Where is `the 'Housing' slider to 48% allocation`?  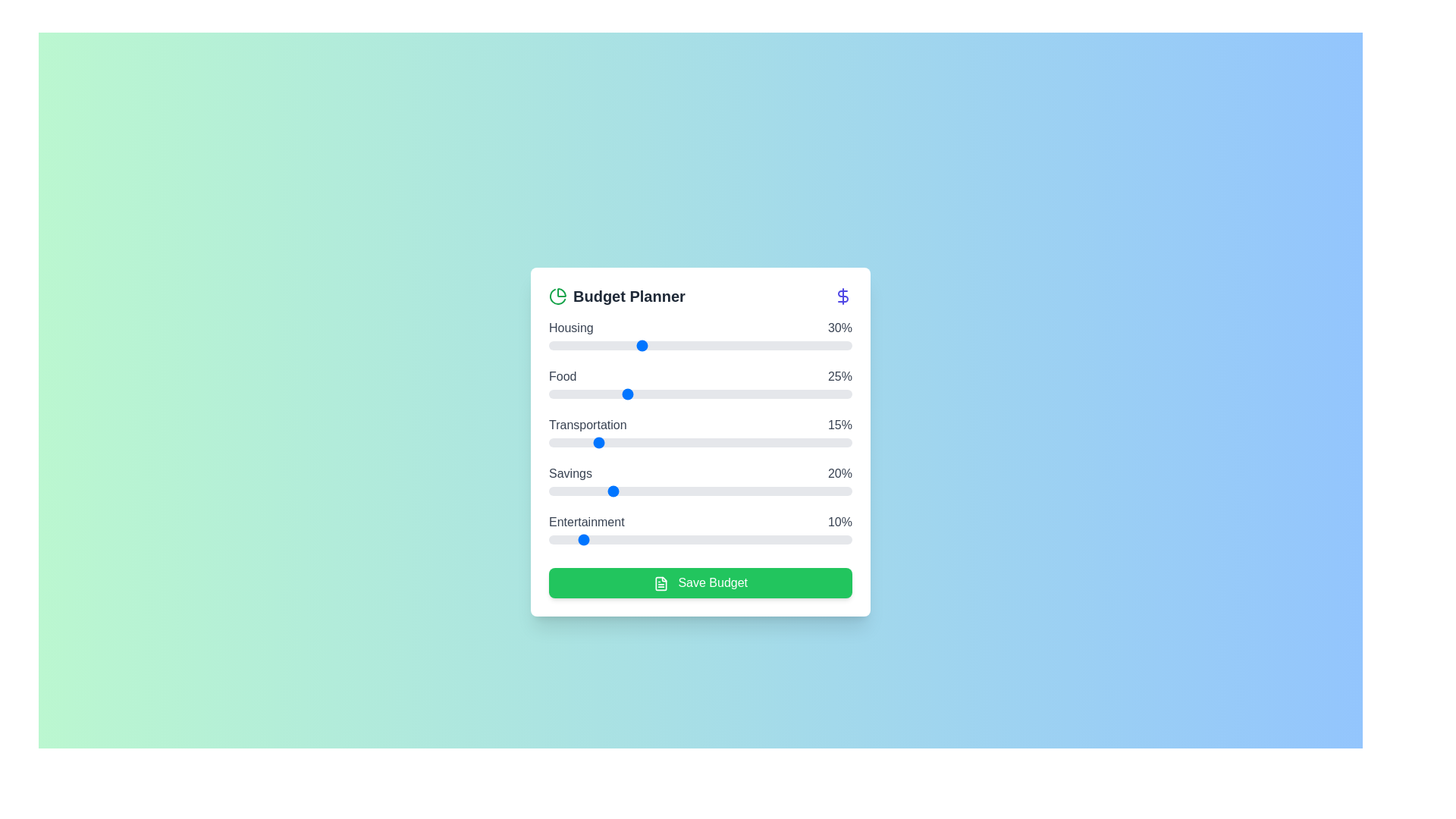
the 'Housing' slider to 48% allocation is located at coordinates (694, 345).